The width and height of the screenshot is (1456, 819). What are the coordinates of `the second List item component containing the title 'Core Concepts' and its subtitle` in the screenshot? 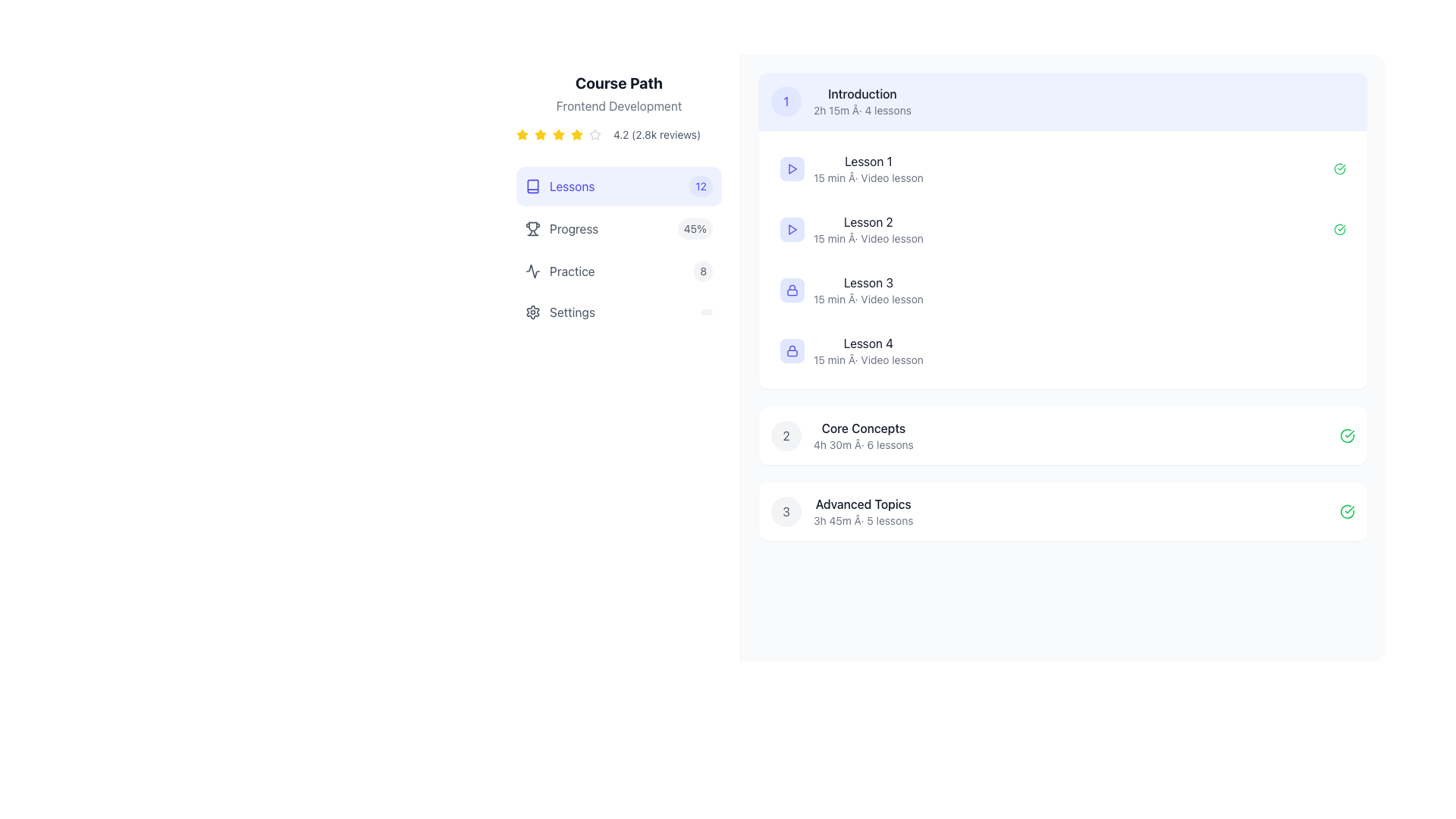 It's located at (841, 435).